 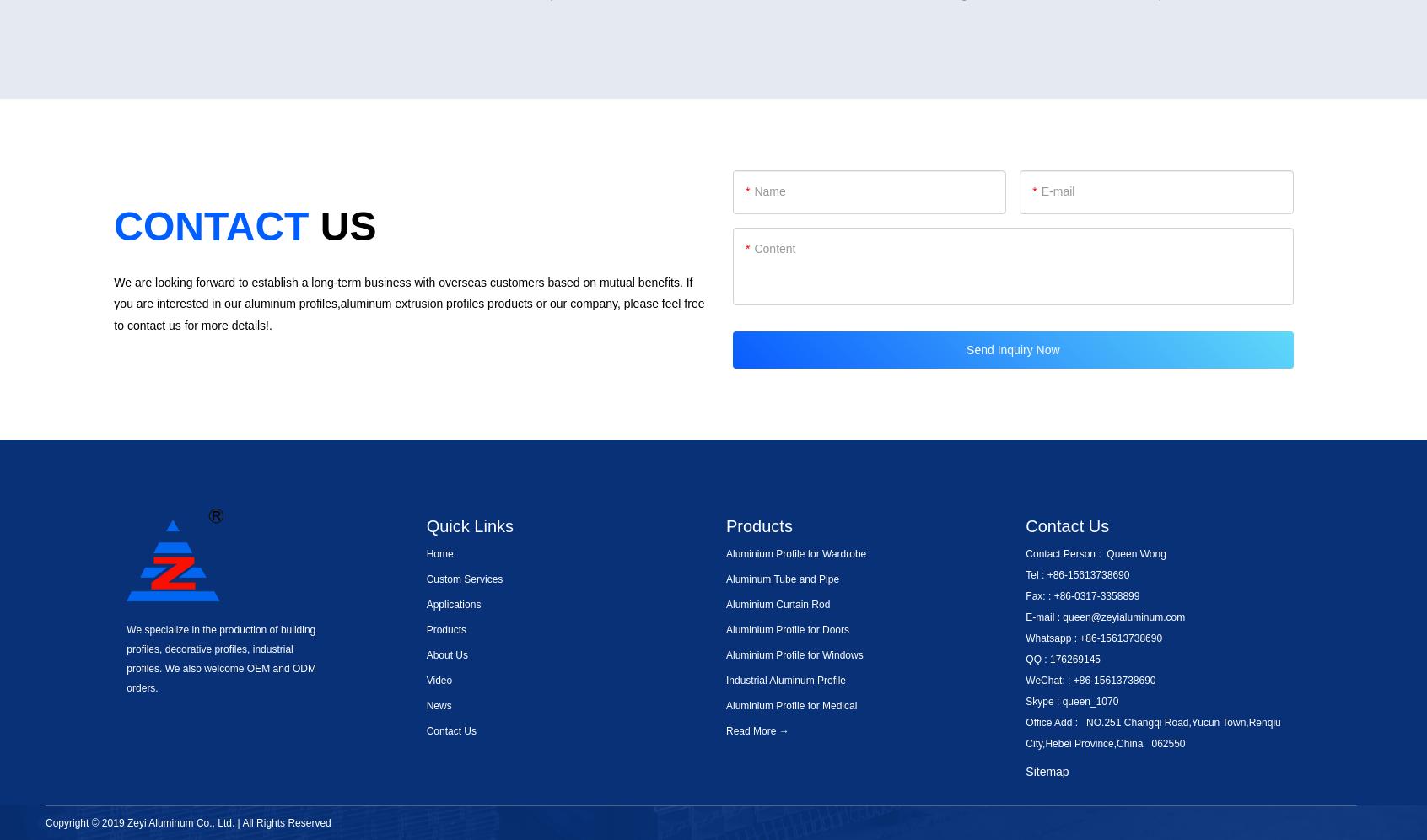 I want to click on 'We specialize in the production of building profiles, decorative profiles, industrial profiles. We also welcome OEM and ODM orders.', so click(x=220, y=659).